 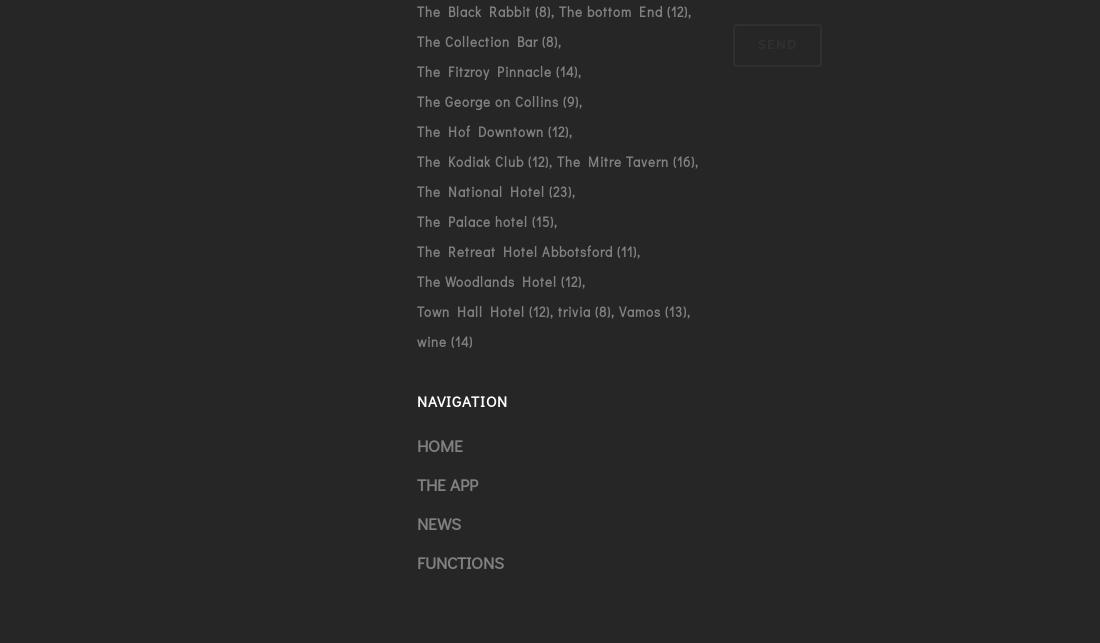 What do you see at coordinates (415, 220) in the screenshot?
I see `'The Palace hotel'` at bounding box center [415, 220].